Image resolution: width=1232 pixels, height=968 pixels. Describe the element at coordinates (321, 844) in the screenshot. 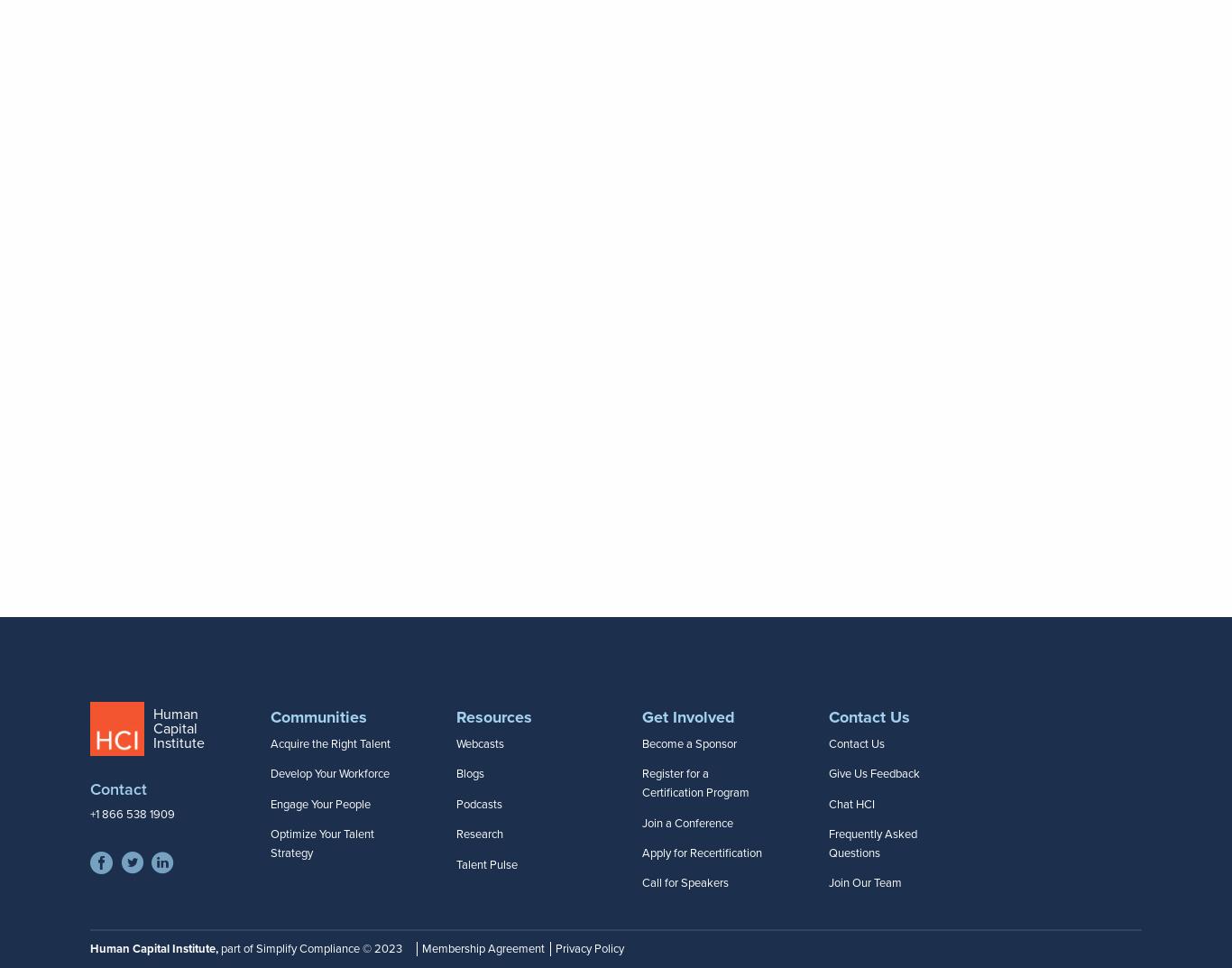

I see `'Optimize Your Talent Strategy'` at that location.